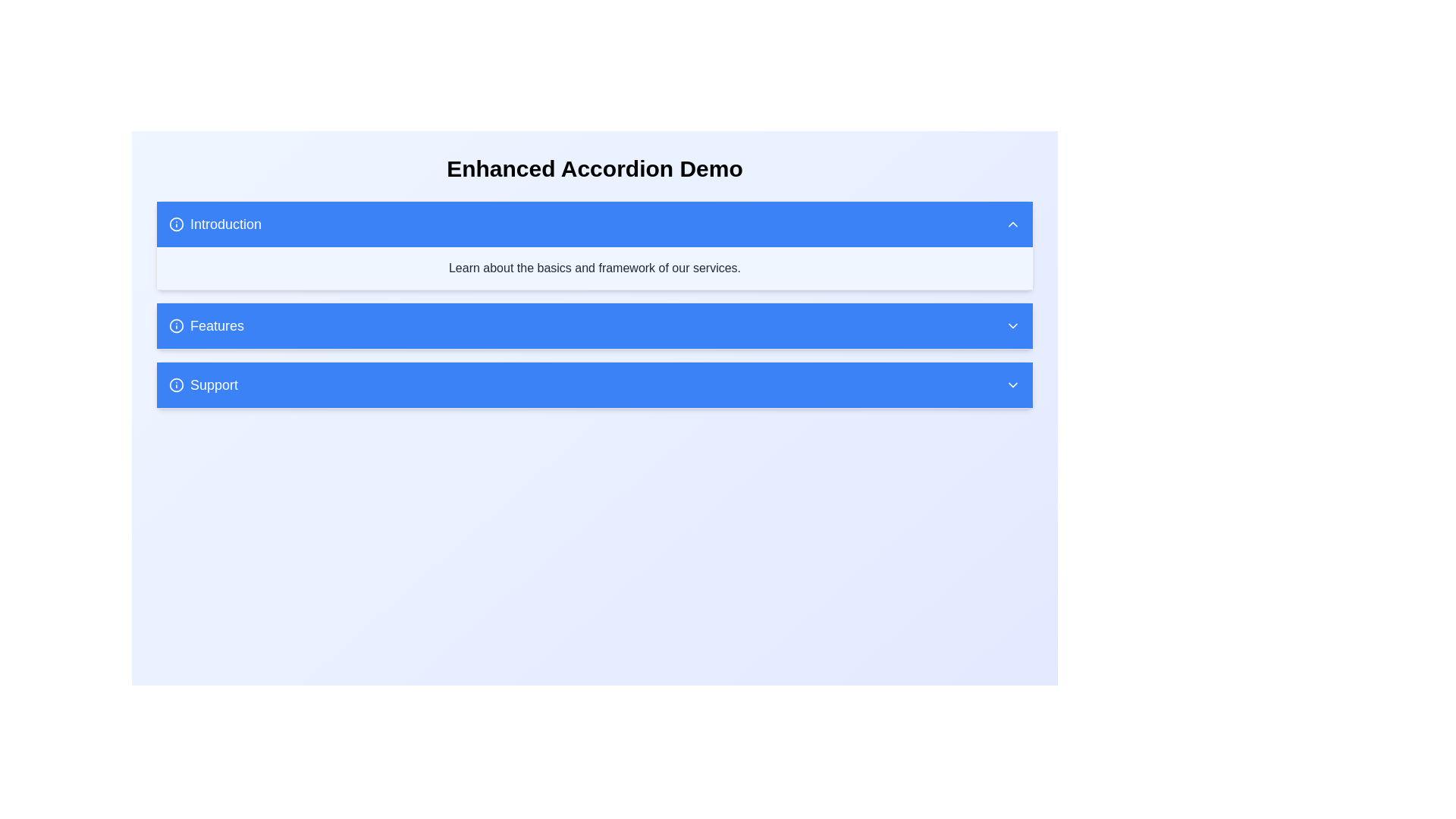 This screenshot has width=1456, height=819. Describe the element at coordinates (214, 224) in the screenshot. I see `the blue rectangular button labeled 'Introduction'` at that location.